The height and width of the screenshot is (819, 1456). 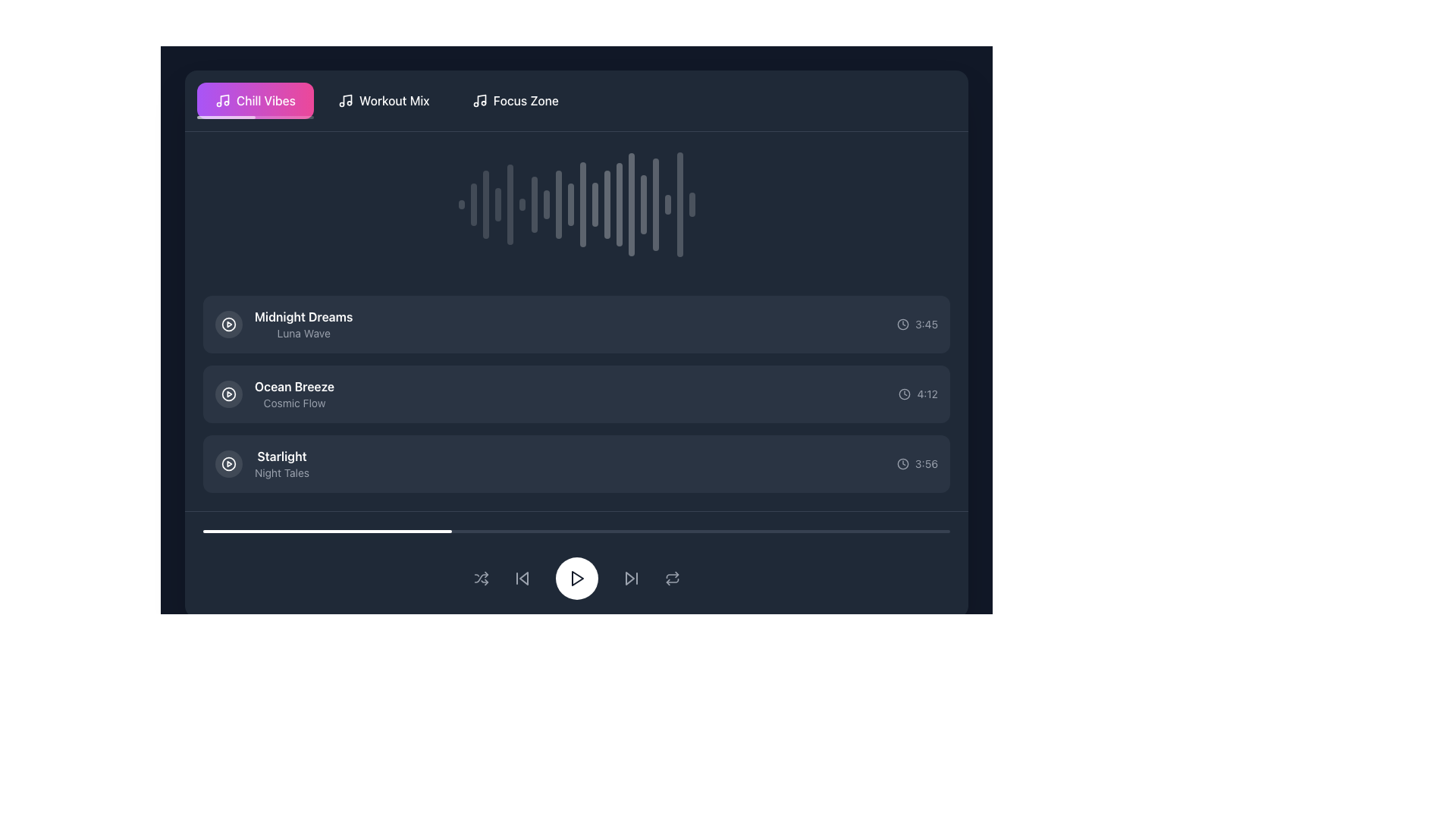 I want to click on the music note icon located in the 'Workout Mix' section at the top bar of the interface, so click(x=345, y=100).